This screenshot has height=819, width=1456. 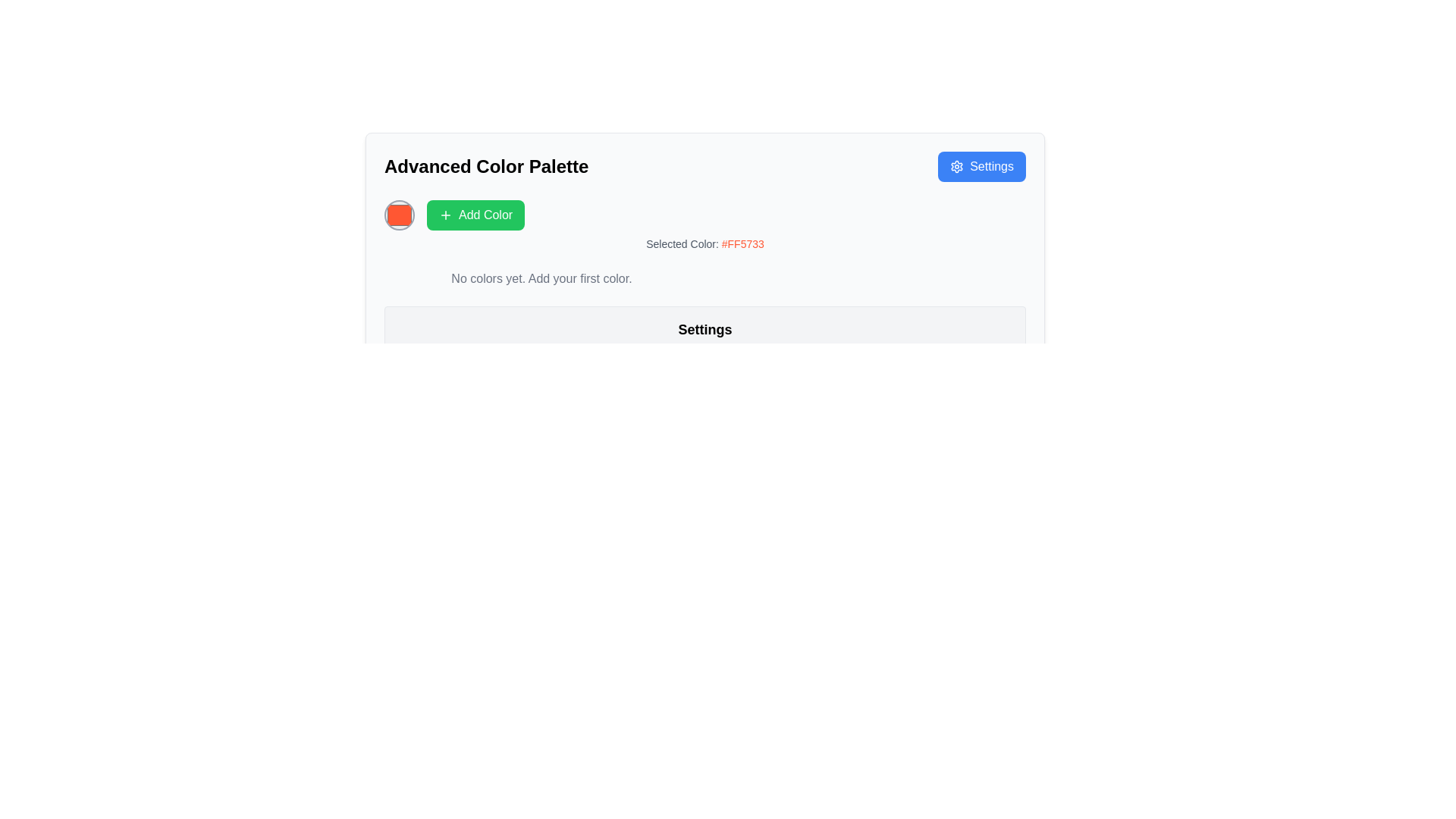 I want to click on displayed information about colors from the color palette management panel, which is centrally positioned and bordered by a white background, so click(x=704, y=262).